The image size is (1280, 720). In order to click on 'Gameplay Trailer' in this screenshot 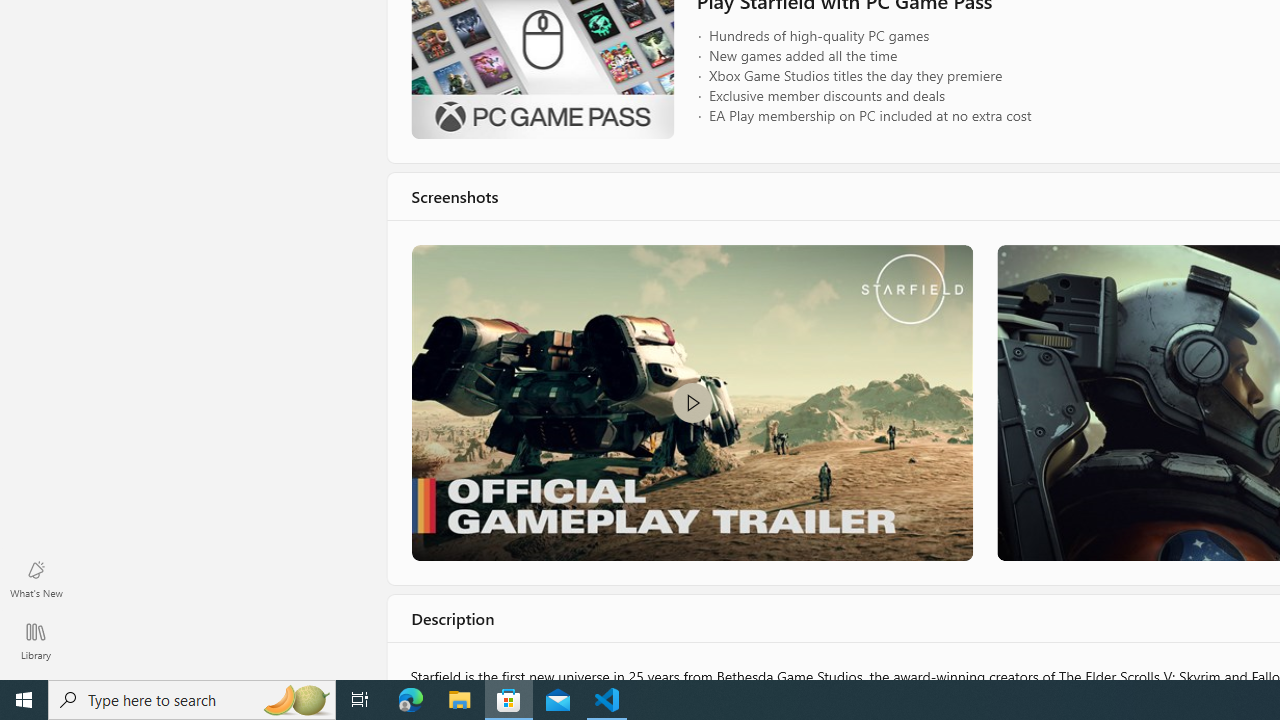, I will do `click(691, 402)`.